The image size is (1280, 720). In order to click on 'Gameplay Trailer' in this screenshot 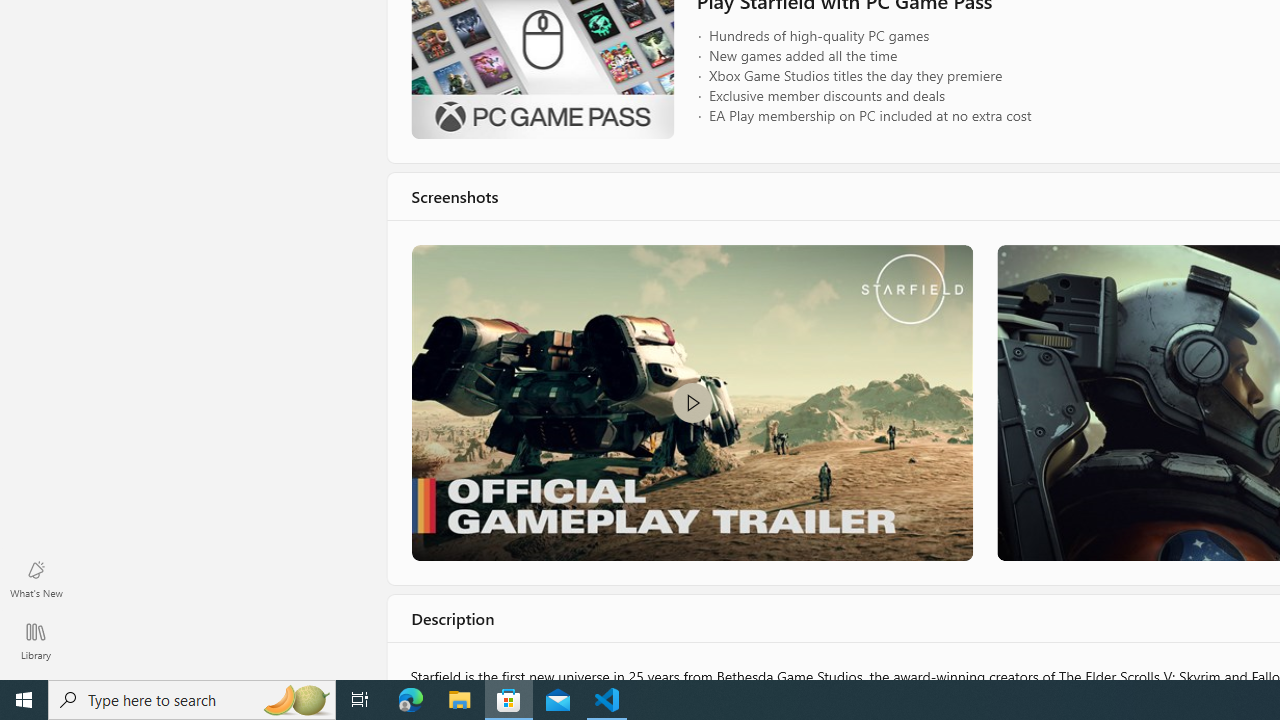, I will do `click(691, 402)`.